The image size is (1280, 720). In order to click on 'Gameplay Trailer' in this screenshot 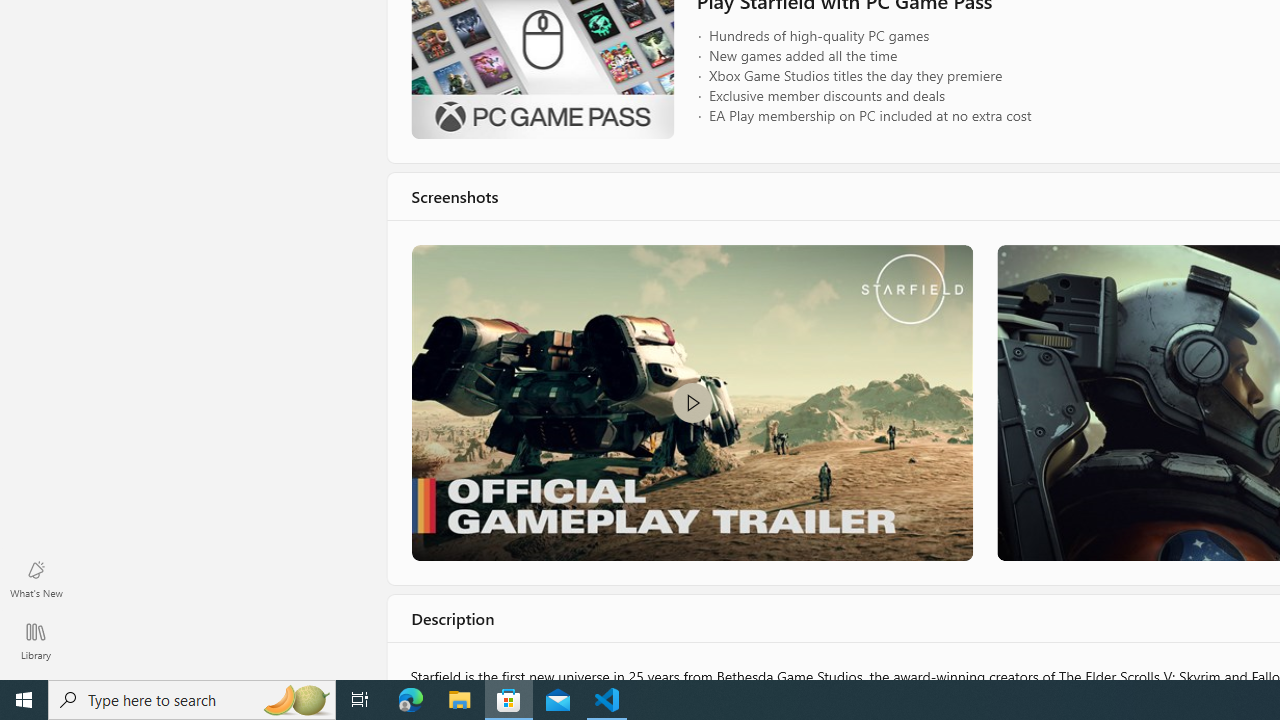, I will do `click(691, 402)`.